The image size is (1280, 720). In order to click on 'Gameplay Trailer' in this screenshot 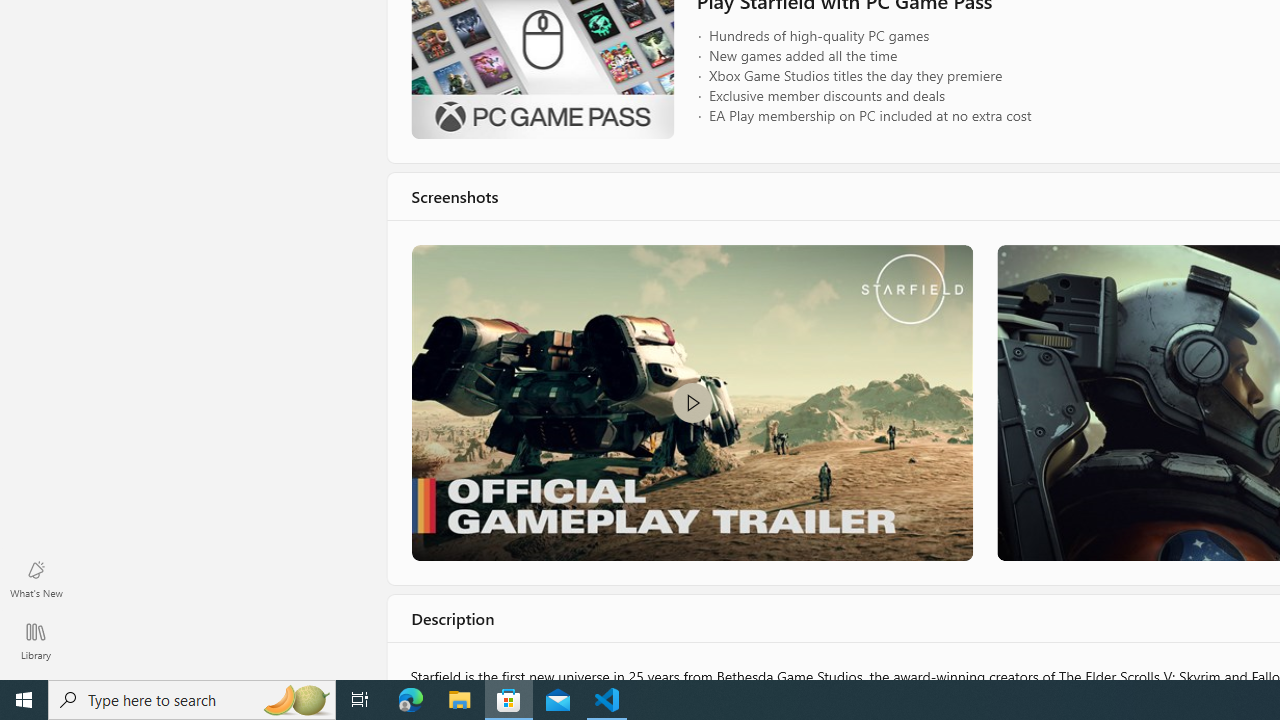, I will do `click(691, 402)`.